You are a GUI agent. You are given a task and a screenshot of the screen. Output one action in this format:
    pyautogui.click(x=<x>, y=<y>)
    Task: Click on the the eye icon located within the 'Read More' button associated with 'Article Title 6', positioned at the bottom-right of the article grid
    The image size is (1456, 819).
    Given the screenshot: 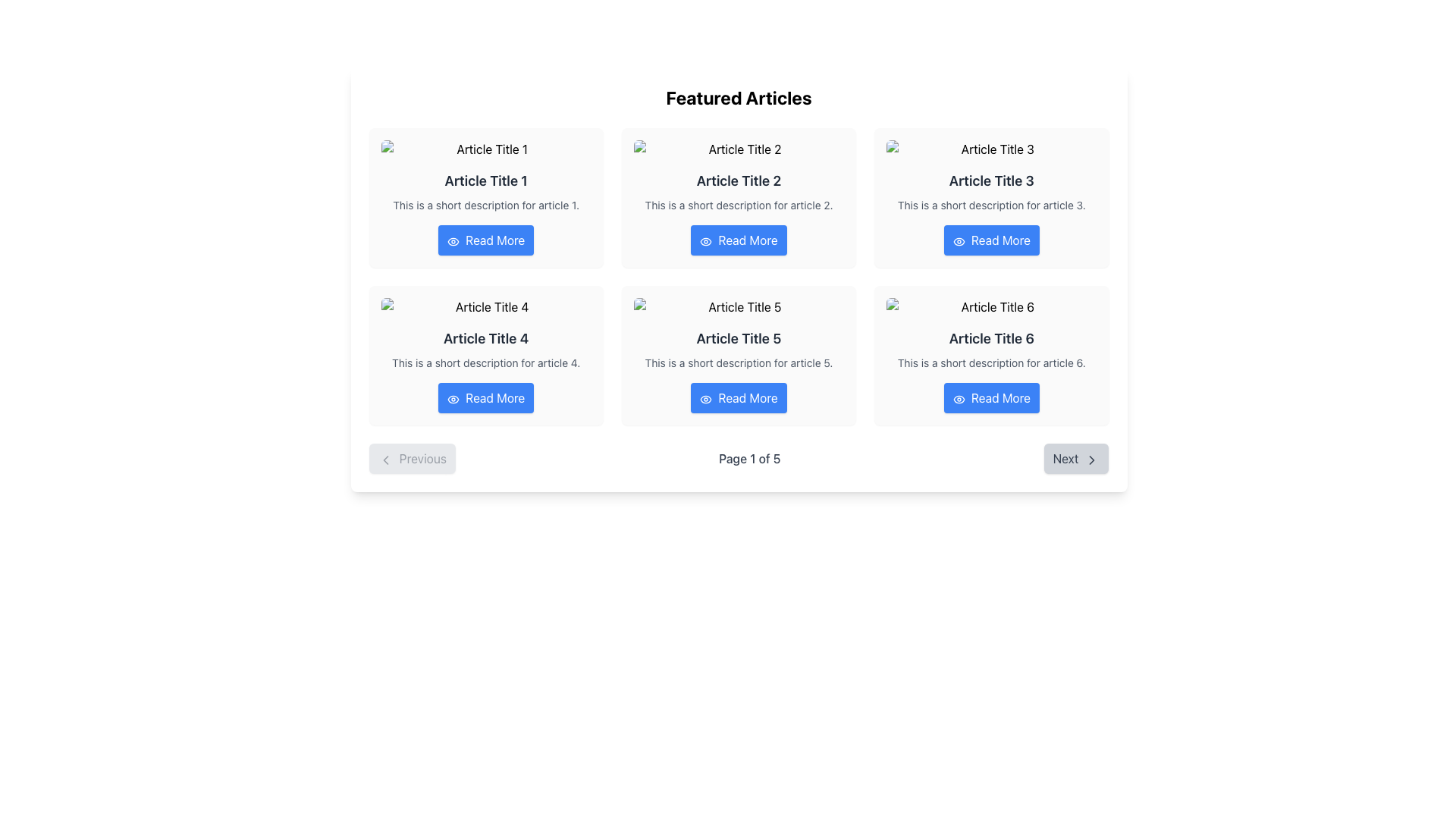 What is the action you would take?
    pyautogui.click(x=958, y=398)
    